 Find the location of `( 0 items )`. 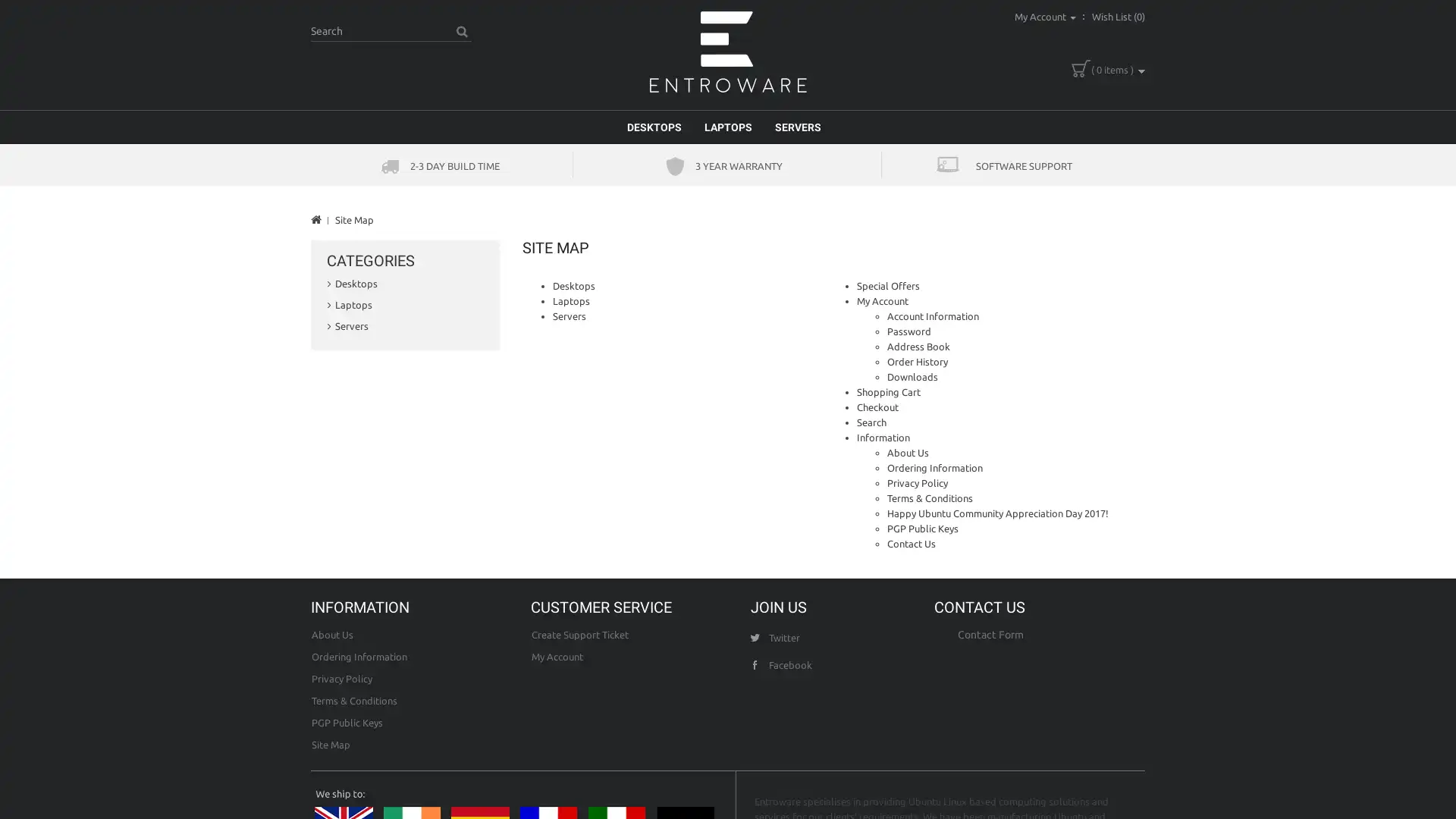

( 0 items ) is located at coordinates (1108, 69).